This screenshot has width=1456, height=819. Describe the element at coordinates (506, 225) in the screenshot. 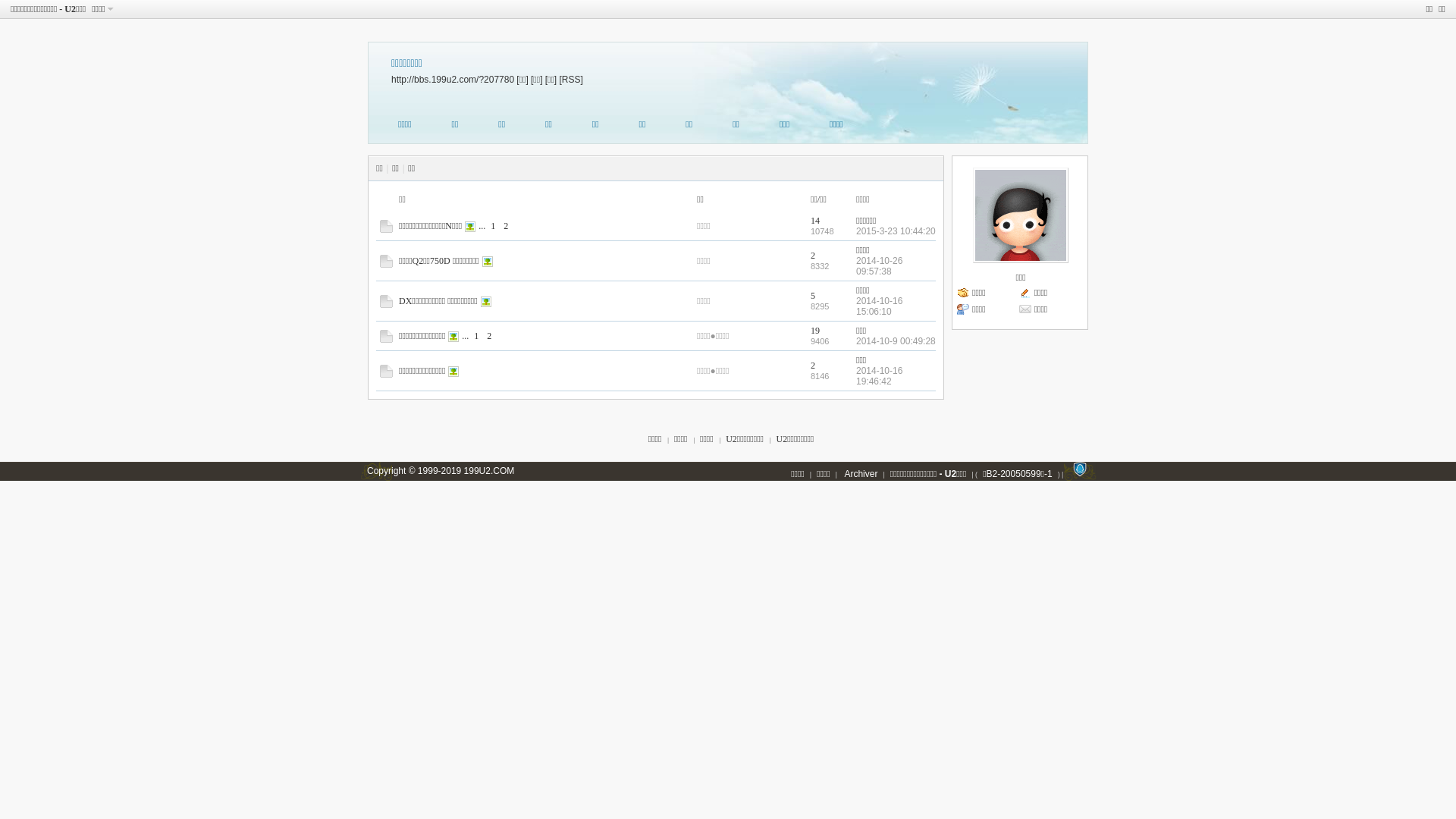

I see `'2'` at that location.